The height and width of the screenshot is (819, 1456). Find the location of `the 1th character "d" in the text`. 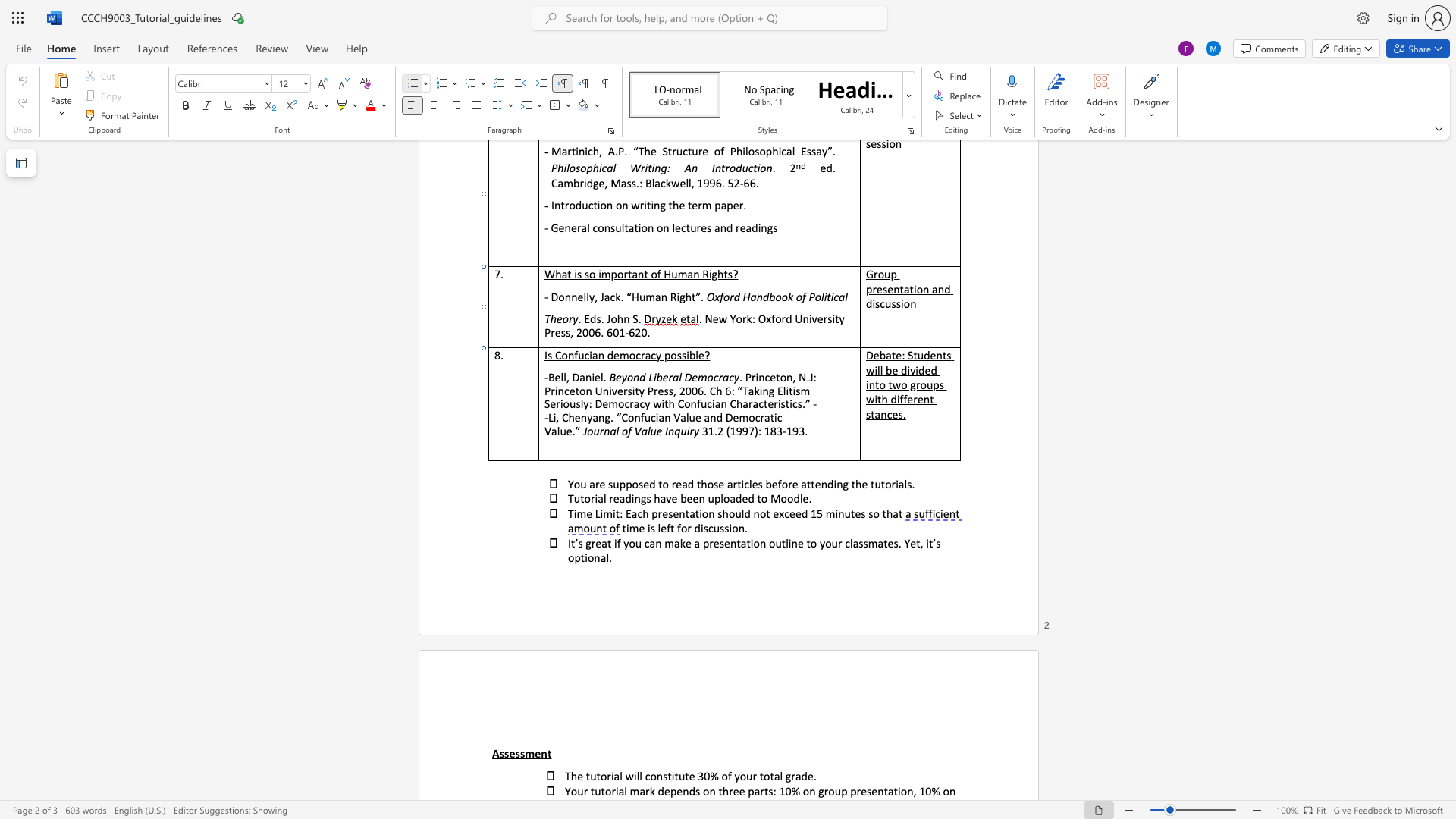

the 1th character "d" in the text is located at coordinates (696, 527).